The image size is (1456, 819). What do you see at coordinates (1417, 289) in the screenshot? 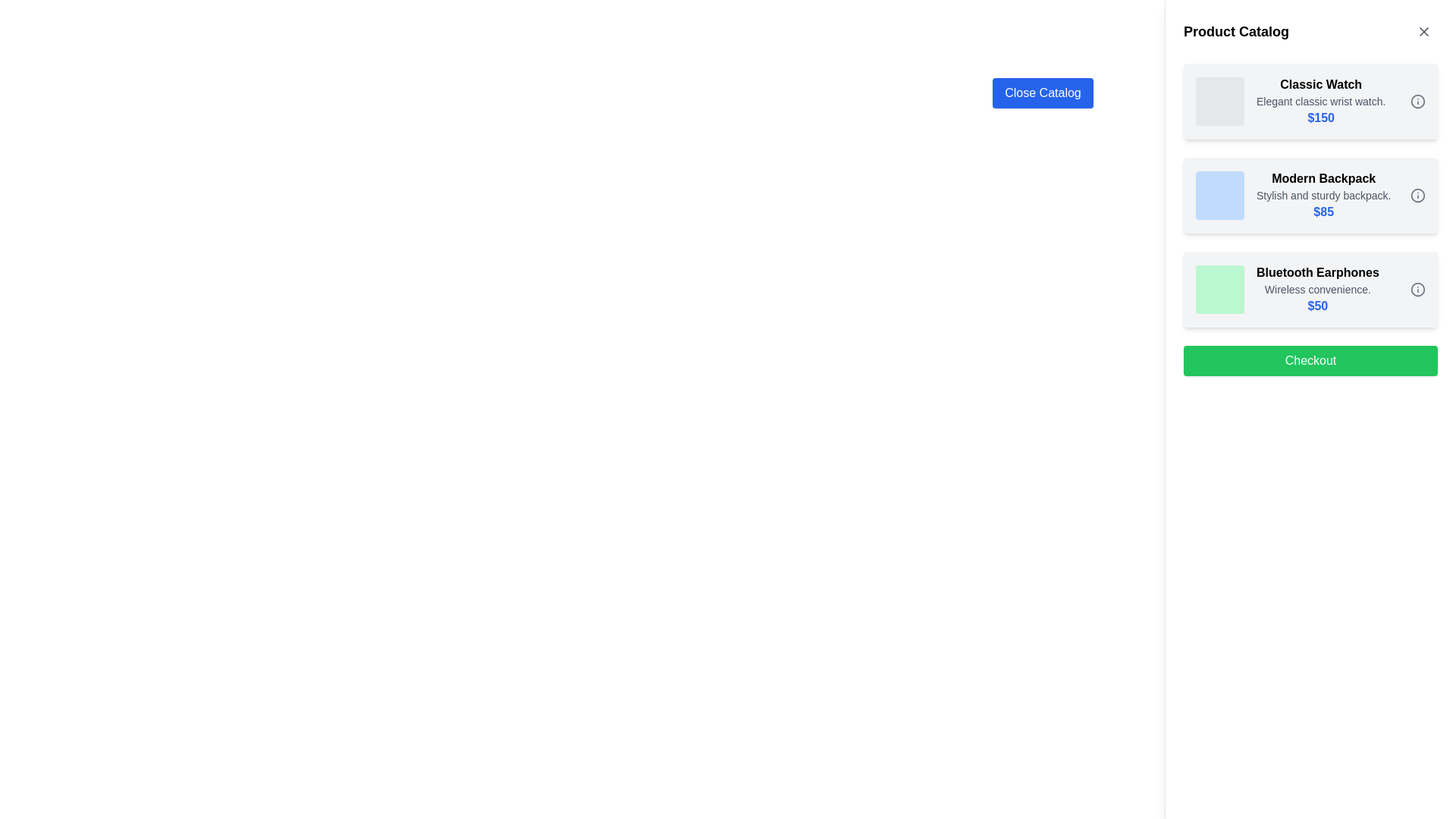
I see `the circular icon (SVG Circle) that serves as a background for graphical components in the Product Catalog section, located to the far-right of the 'Bluetooth Earphones' product card` at bounding box center [1417, 289].